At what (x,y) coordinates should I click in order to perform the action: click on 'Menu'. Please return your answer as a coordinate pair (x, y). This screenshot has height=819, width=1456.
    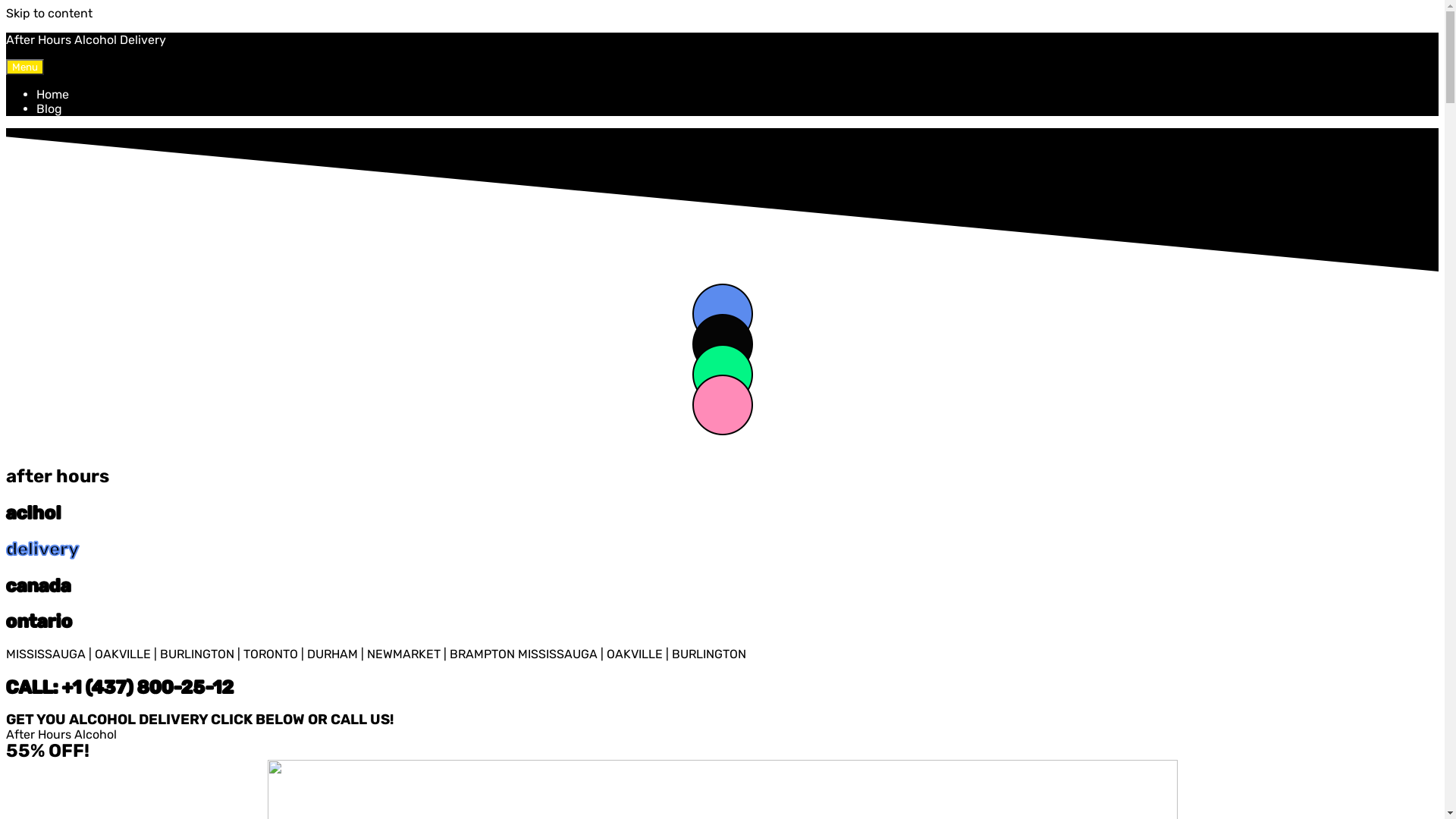
    Looking at the image, I should click on (25, 66).